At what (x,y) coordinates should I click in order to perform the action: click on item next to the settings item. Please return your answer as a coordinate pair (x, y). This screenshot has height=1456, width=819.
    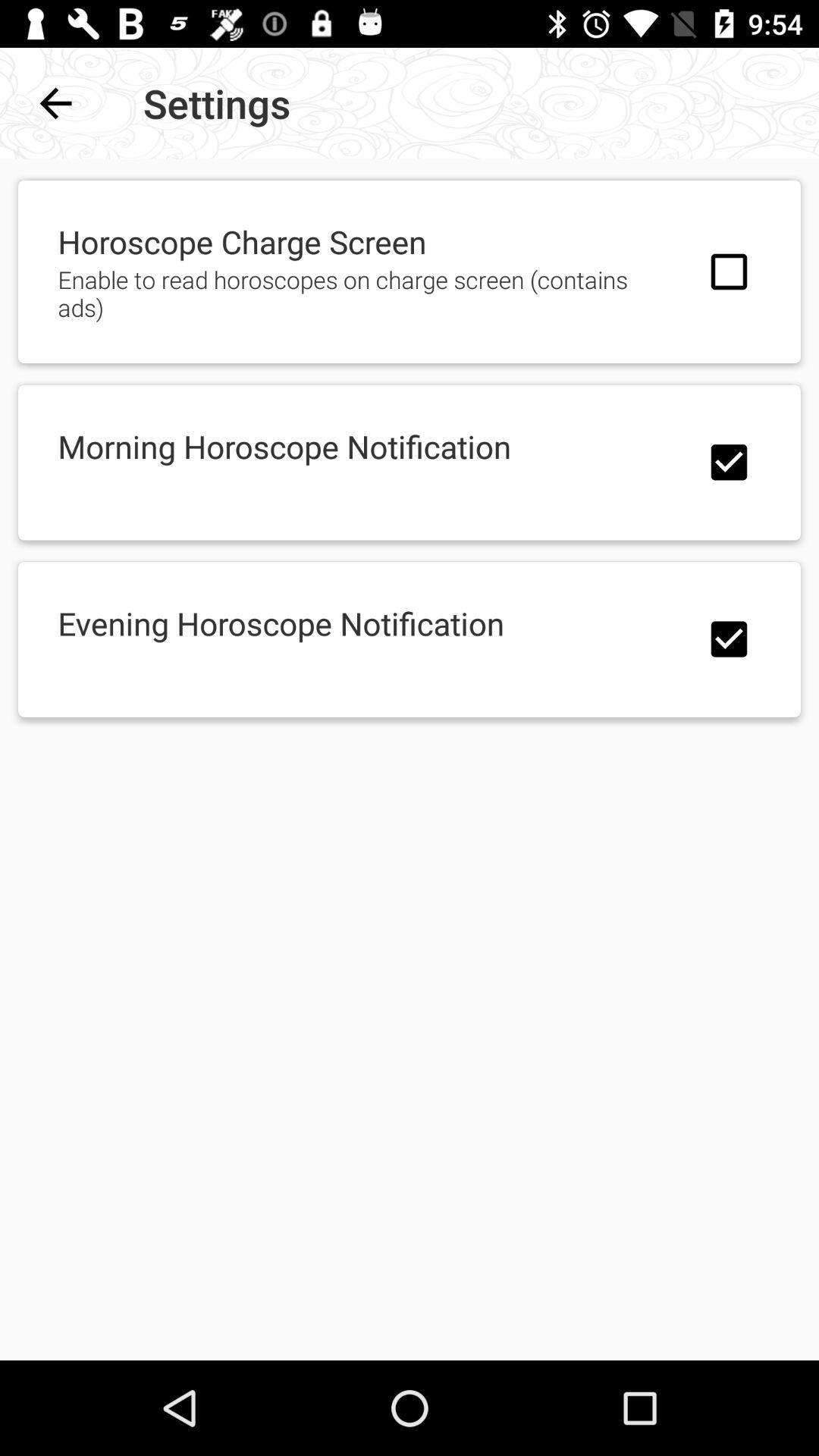
    Looking at the image, I should click on (55, 102).